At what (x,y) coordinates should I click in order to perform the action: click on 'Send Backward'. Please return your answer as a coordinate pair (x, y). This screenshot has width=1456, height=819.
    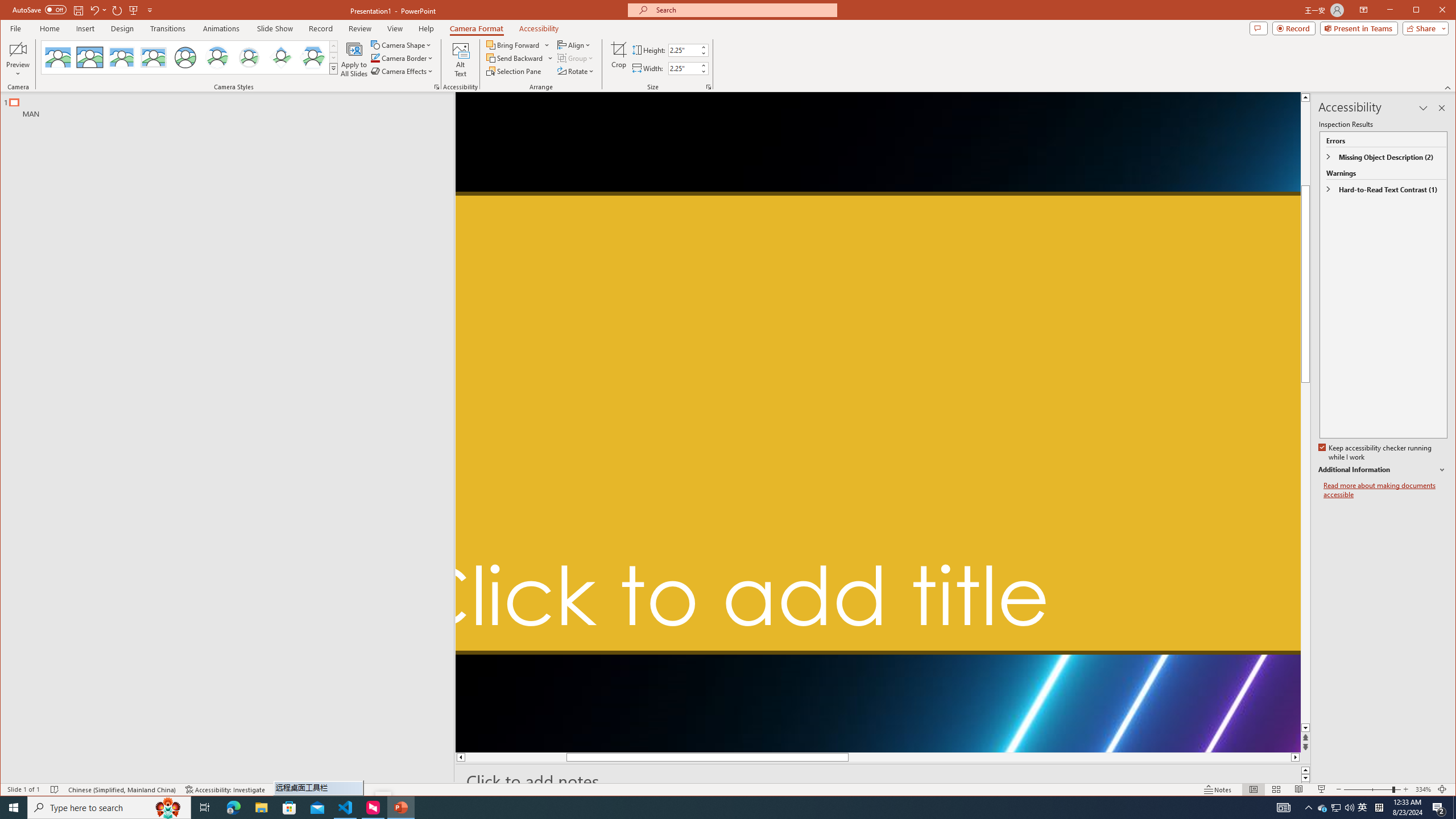
    Looking at the image, I should click on (520, 58).